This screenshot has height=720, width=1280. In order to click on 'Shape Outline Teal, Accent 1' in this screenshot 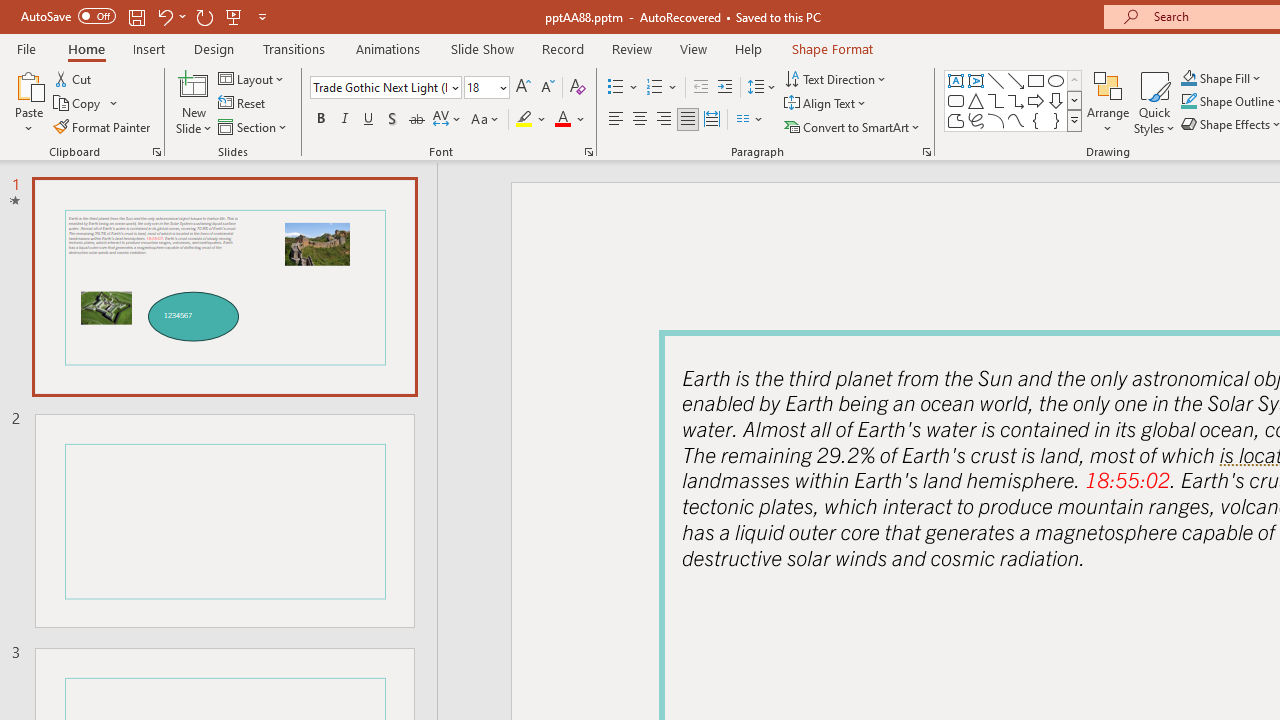, I will do `click(1189, 101)`.